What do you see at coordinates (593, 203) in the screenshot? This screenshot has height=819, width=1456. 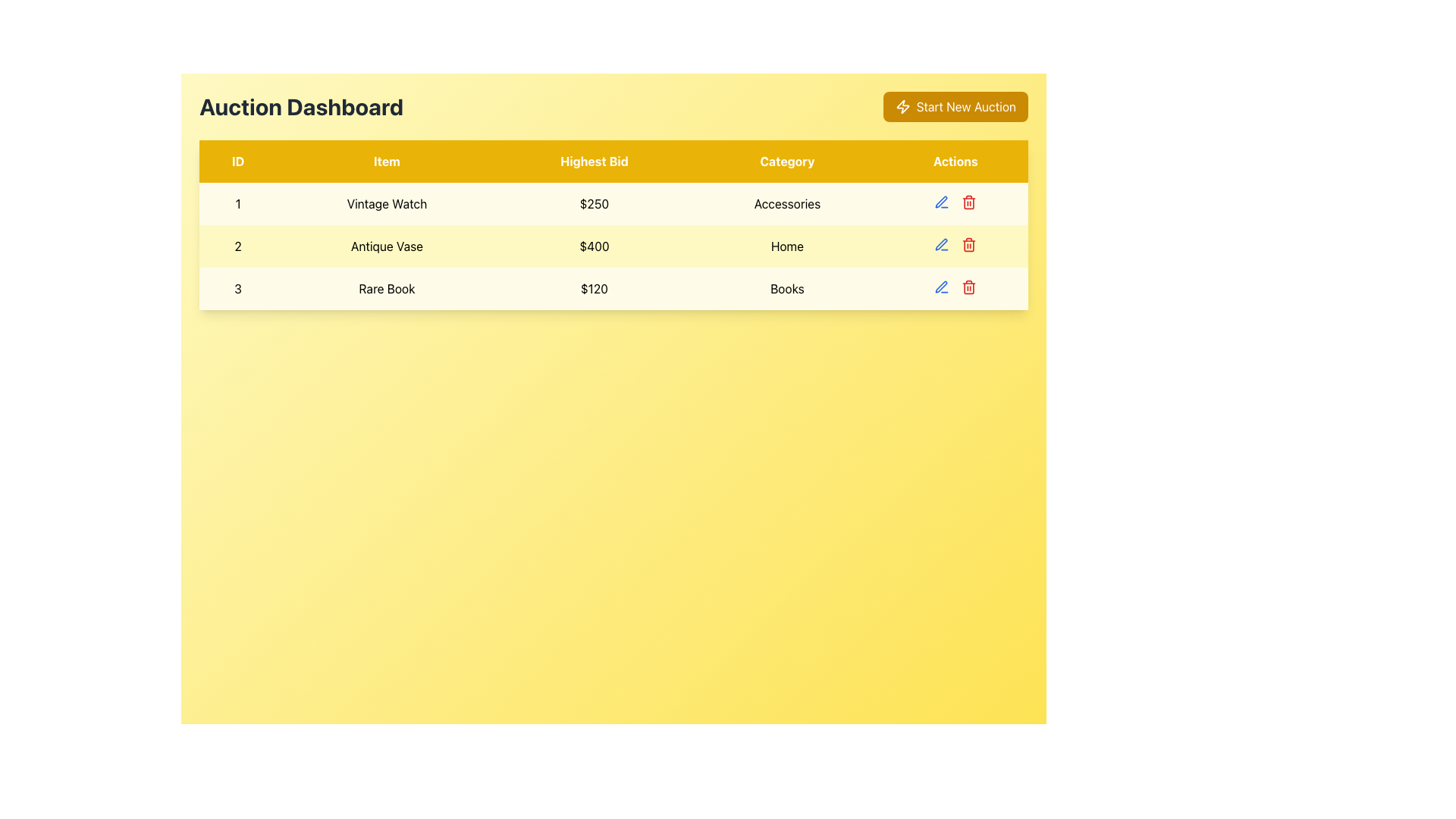 I see `the Text Display showing '$250' in the 'Highest Bid' column of the table, which has a light yellow background and is centered in the first row` at bounding box center [593, 203].